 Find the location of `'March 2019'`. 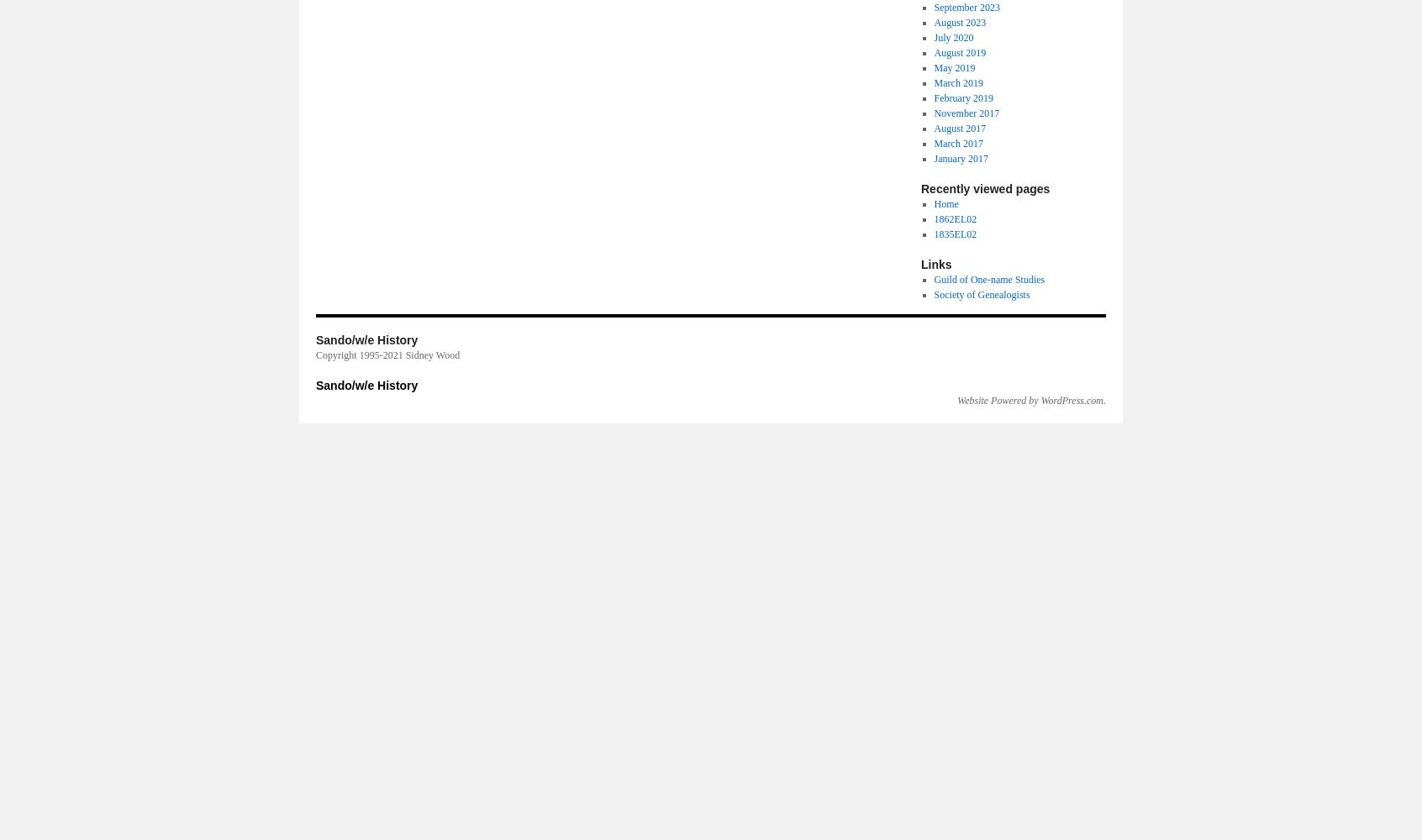

'March 2019' is located at coordinates (957, 82).